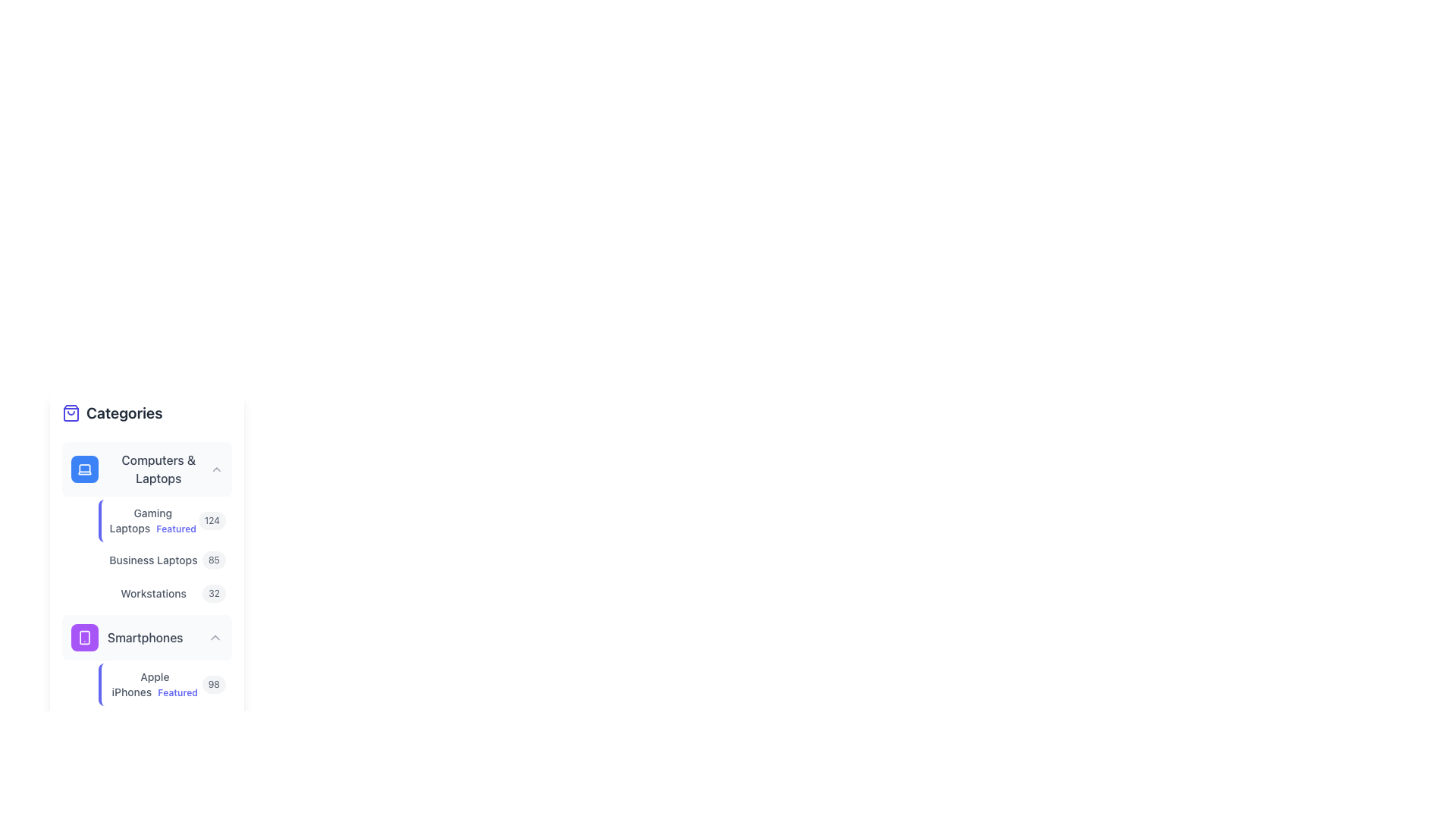 This screenshot has height=819, width=1456. I want to click on the 'Workstations' navigation item in the 'Computers & Laptops' section, so click(165, 593).